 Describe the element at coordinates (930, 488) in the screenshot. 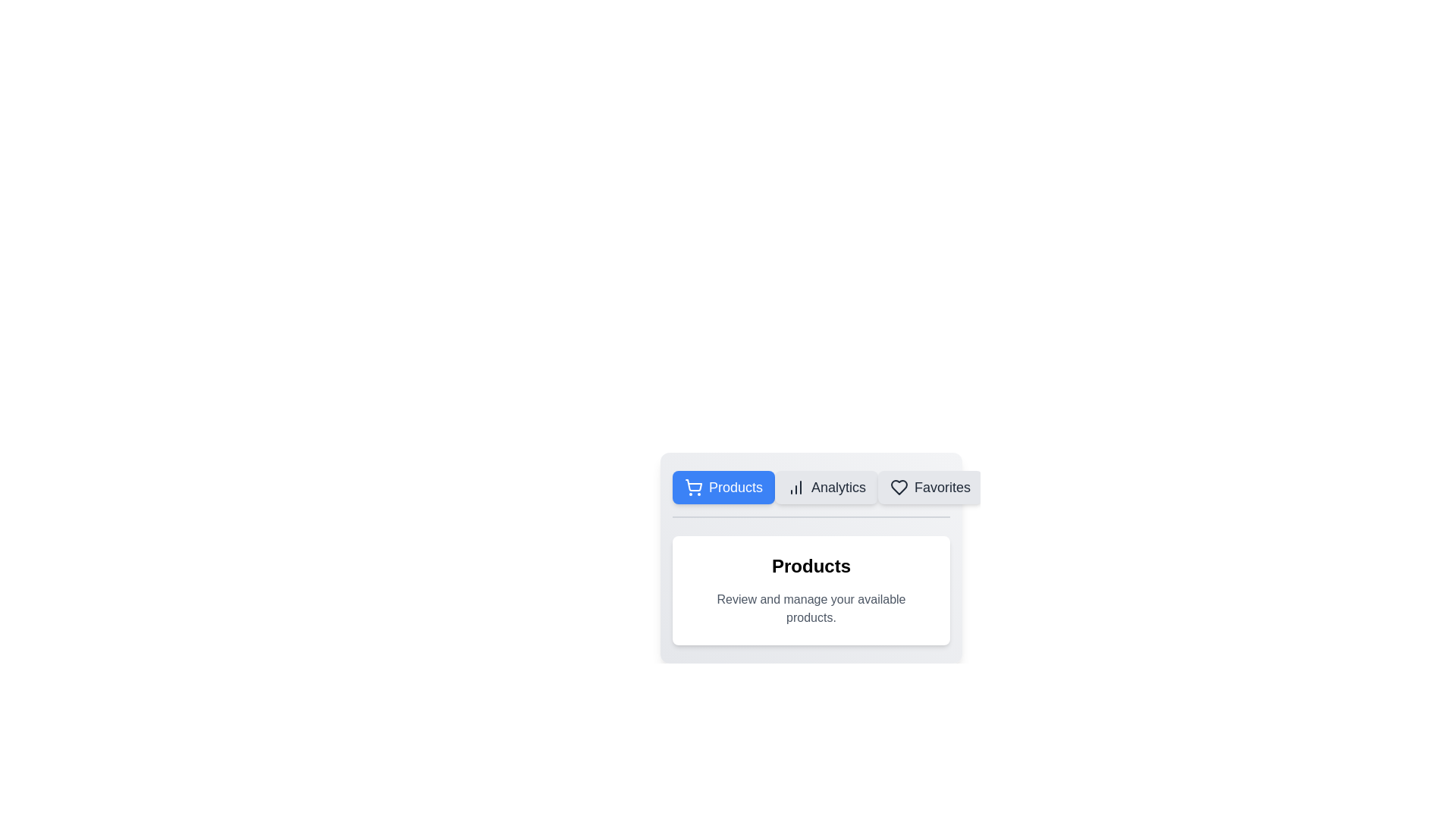

I see `the 'Favorites' button, which is the third button in a row of three buttons` at that location.